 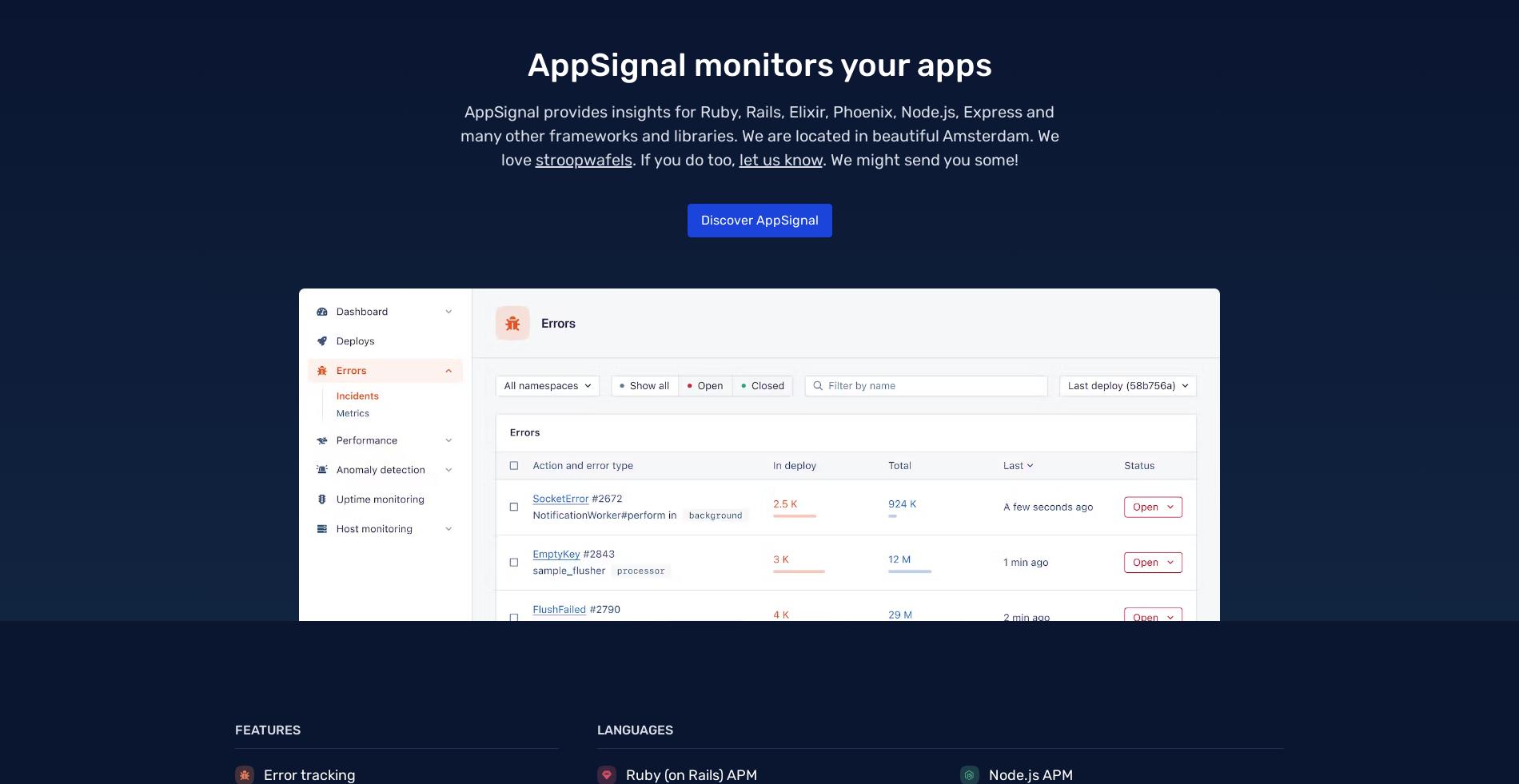 What do you see at coordinates (758, 64) in the screenshot?
I see `'AppSignal monitors your apps'` at bounding box center [758, 64].